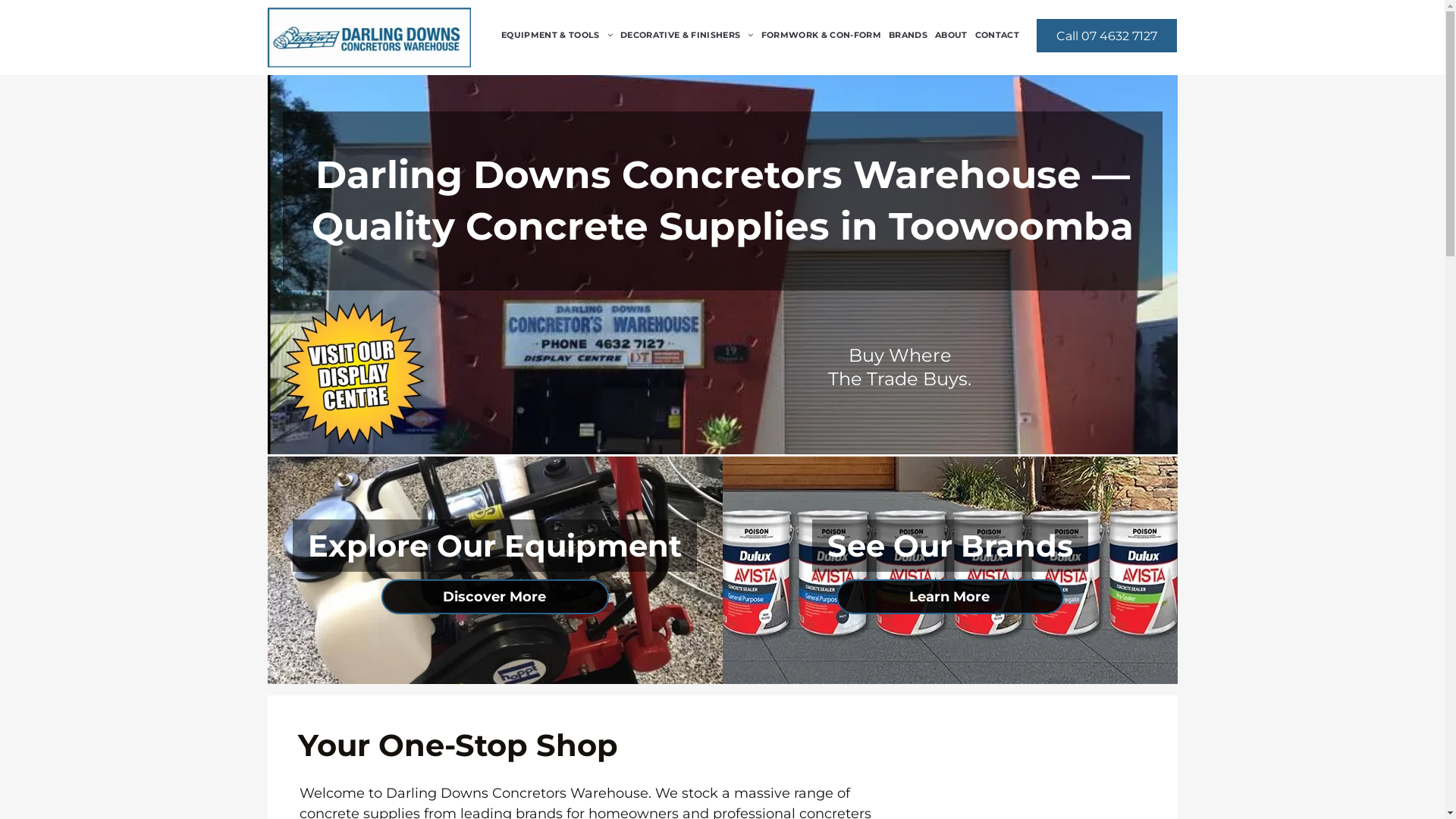 The image size is (1456, 819). What do you see at coordinates (352, 374) in the screenshot?
I see `'Visit Our Display Store'` at bounding box center [352, 374].